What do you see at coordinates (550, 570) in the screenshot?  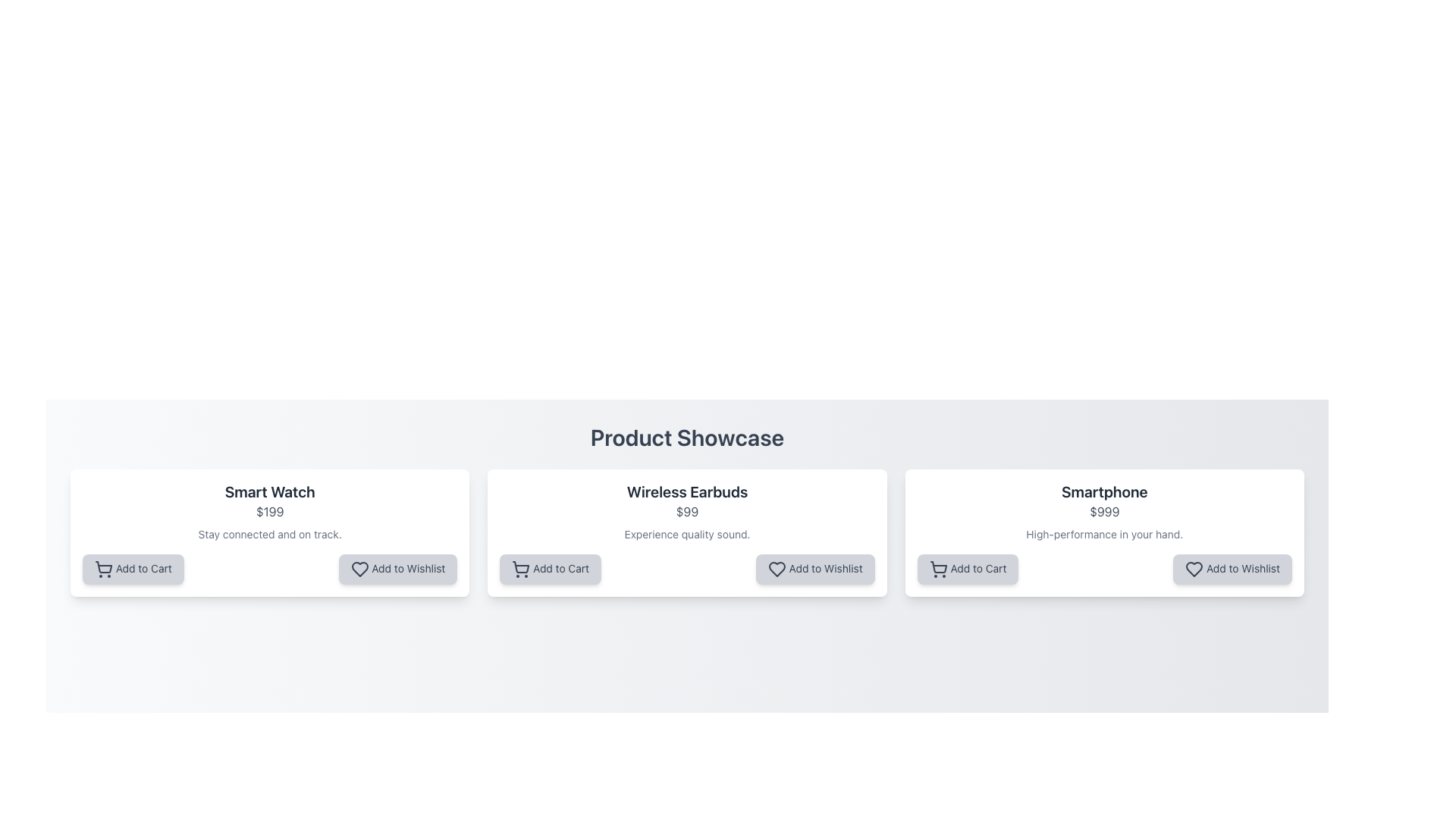 I see `the 'Add to Cart' button for 'Wireless Earbuds' located between 'Smart Watch' and 'Add to Wishlist' to observe hover effects` at bounding box center [550, 570].